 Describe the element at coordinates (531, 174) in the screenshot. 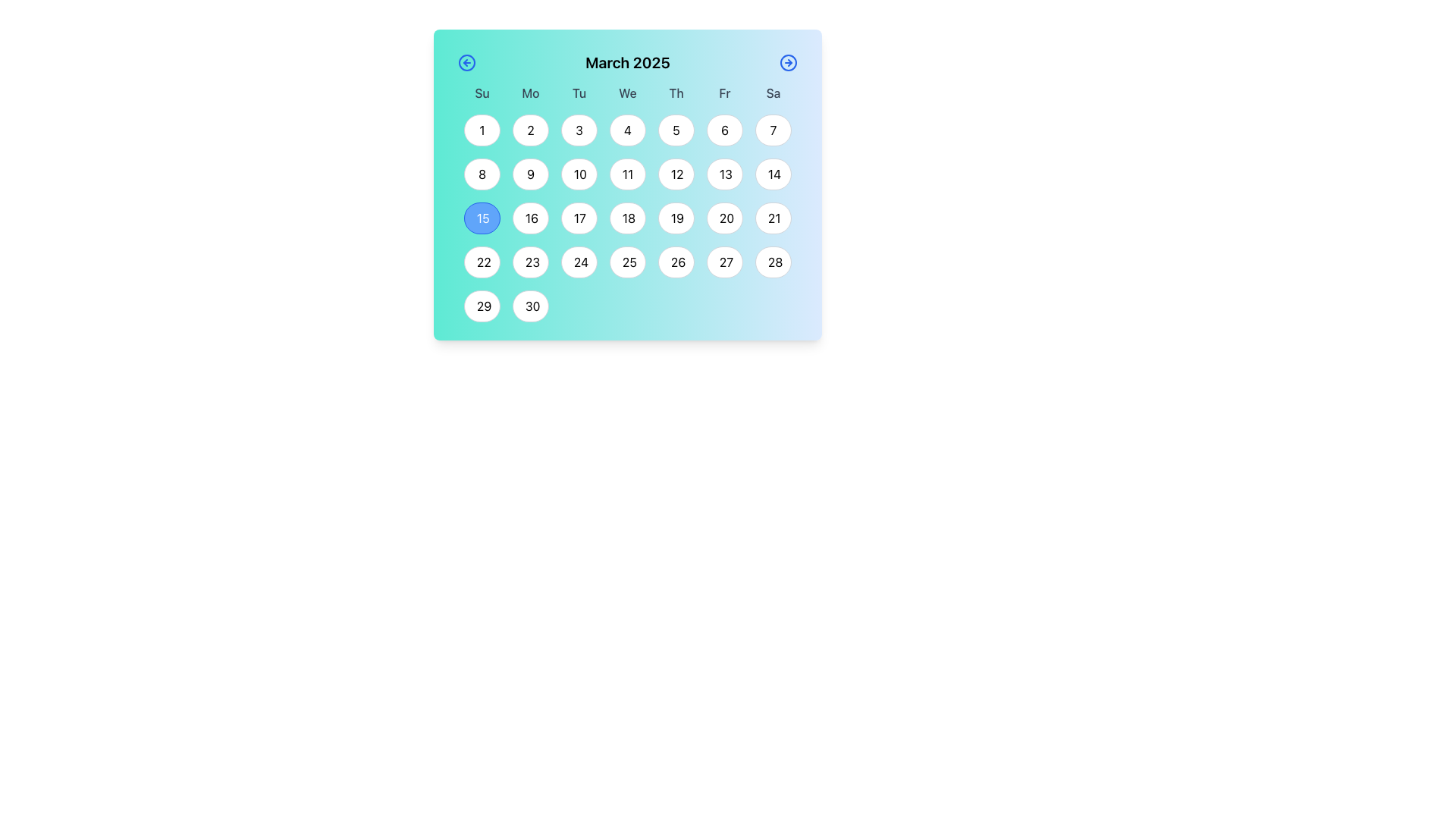

I see `the rounded button with the numeral '9' centered on it` at that location.